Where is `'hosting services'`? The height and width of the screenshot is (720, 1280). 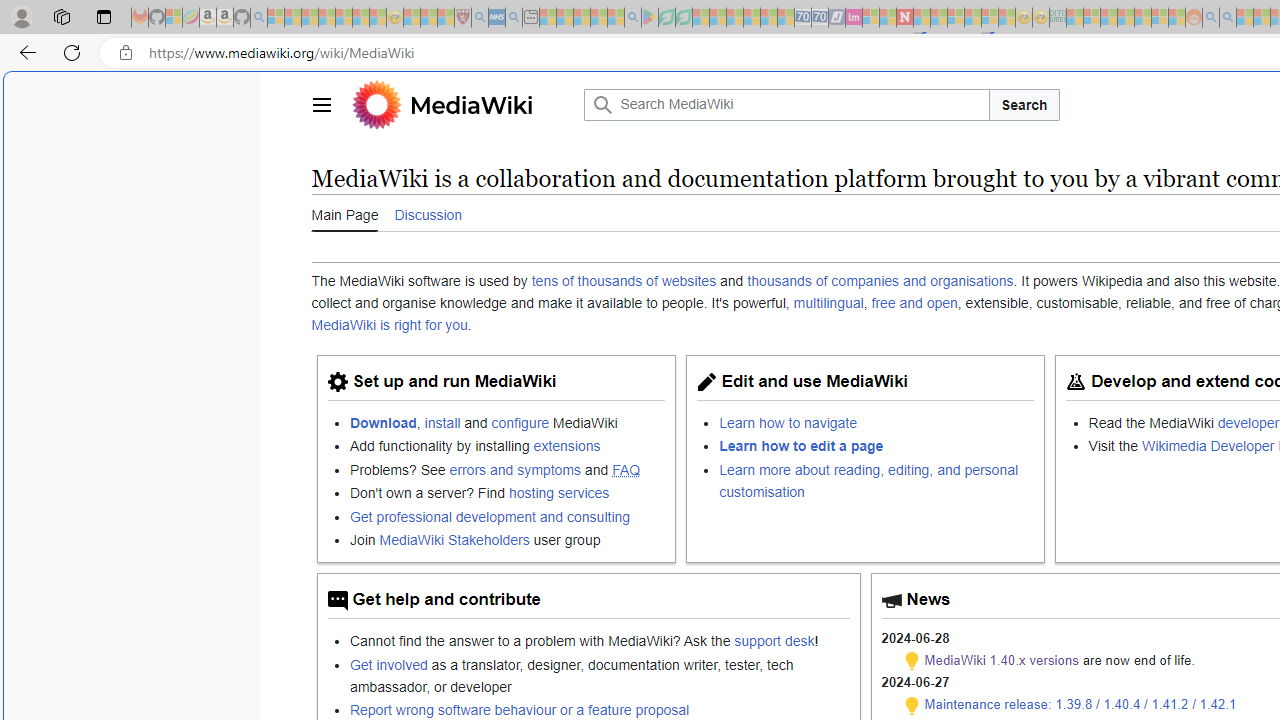
'hosting services' is located at coordinates (559, 493).